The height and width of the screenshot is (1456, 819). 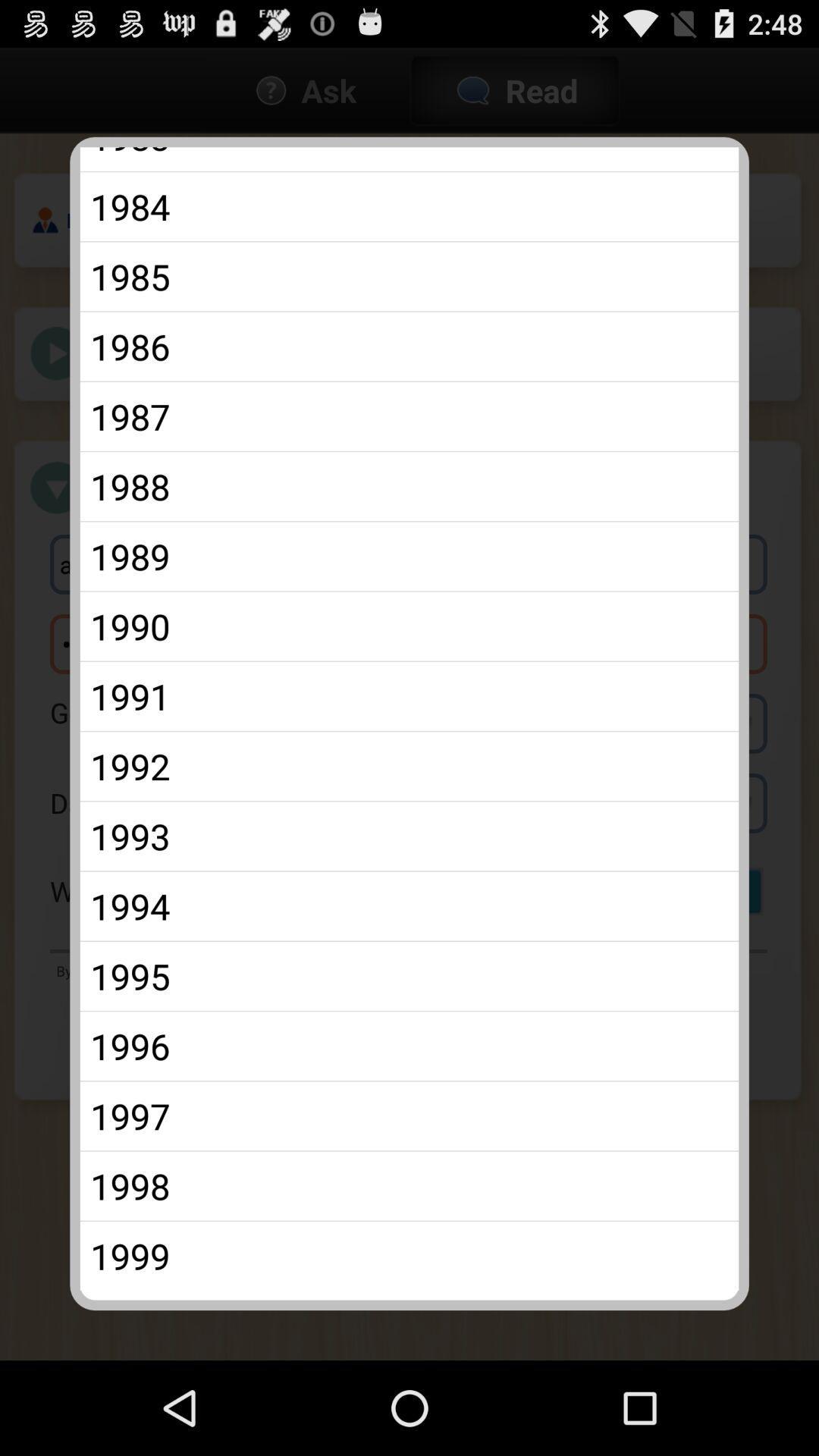 I want to click on 1989, so click(x=409, y=555).